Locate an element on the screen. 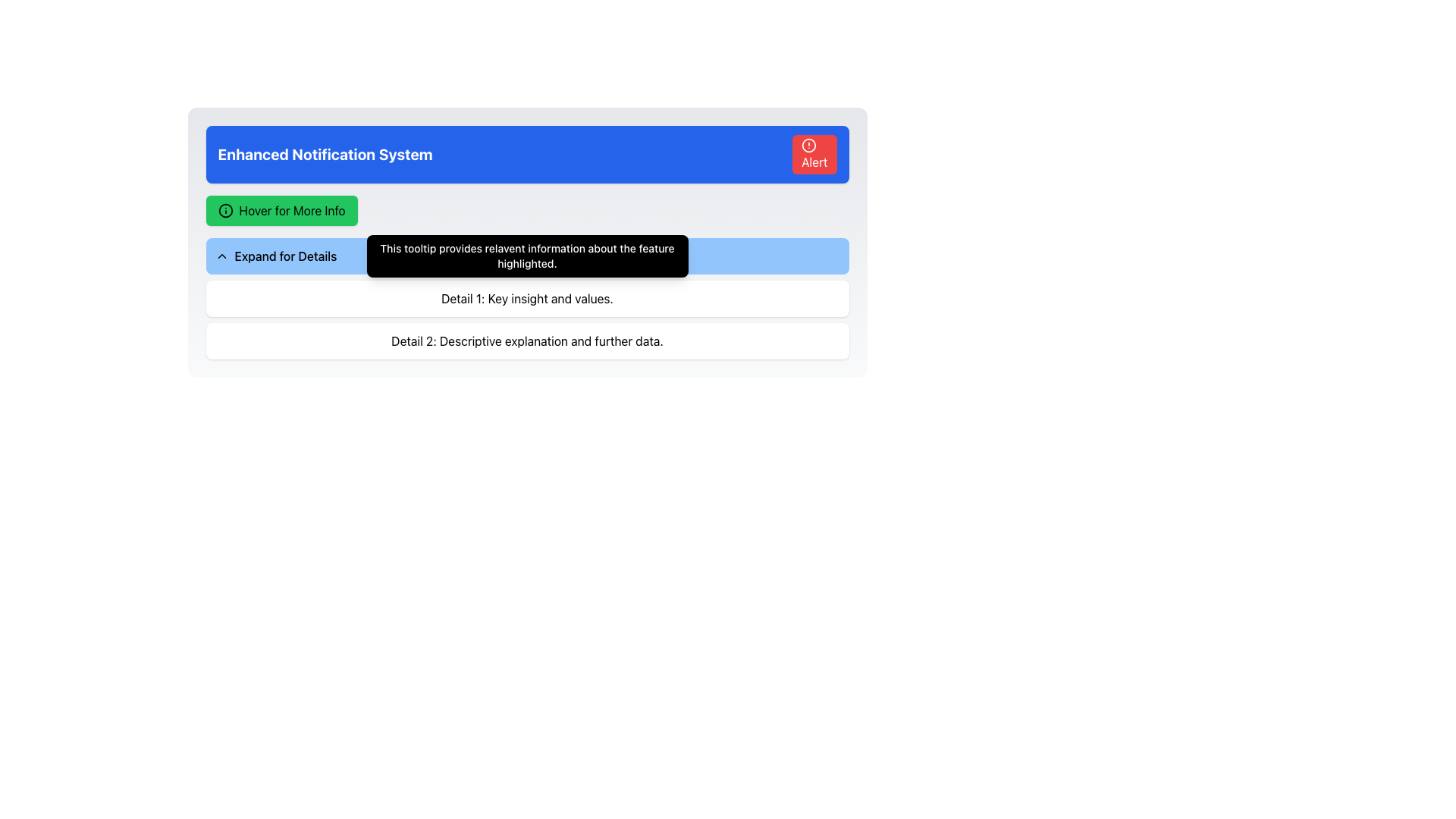  the text label displaying 'Expand for Details', which is centered within a blue rectangular background is located at coordinates (283, 256).